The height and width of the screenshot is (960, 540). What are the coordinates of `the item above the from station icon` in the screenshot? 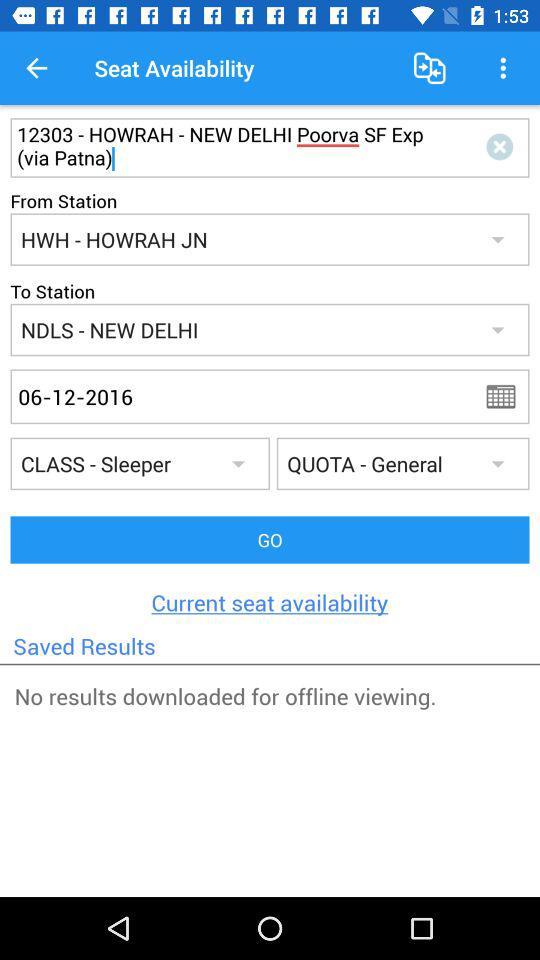 It's located at (232, 146).